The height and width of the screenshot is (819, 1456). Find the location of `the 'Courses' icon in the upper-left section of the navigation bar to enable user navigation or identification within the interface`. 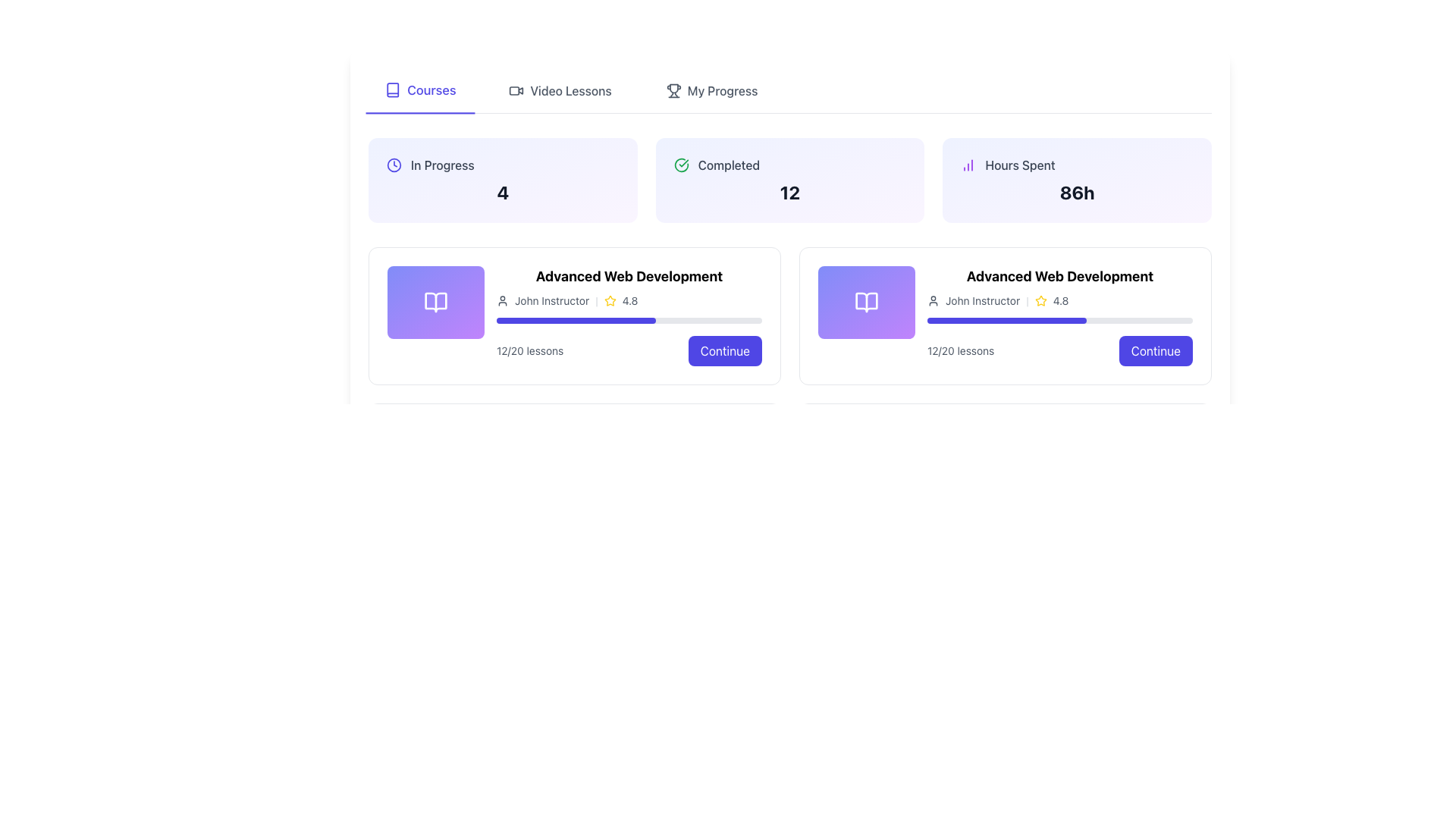

the 'Courses' icon in the upper-left section of the navigation bar to enable user navigation or identification within the interface is located at coordinates (393, 89).